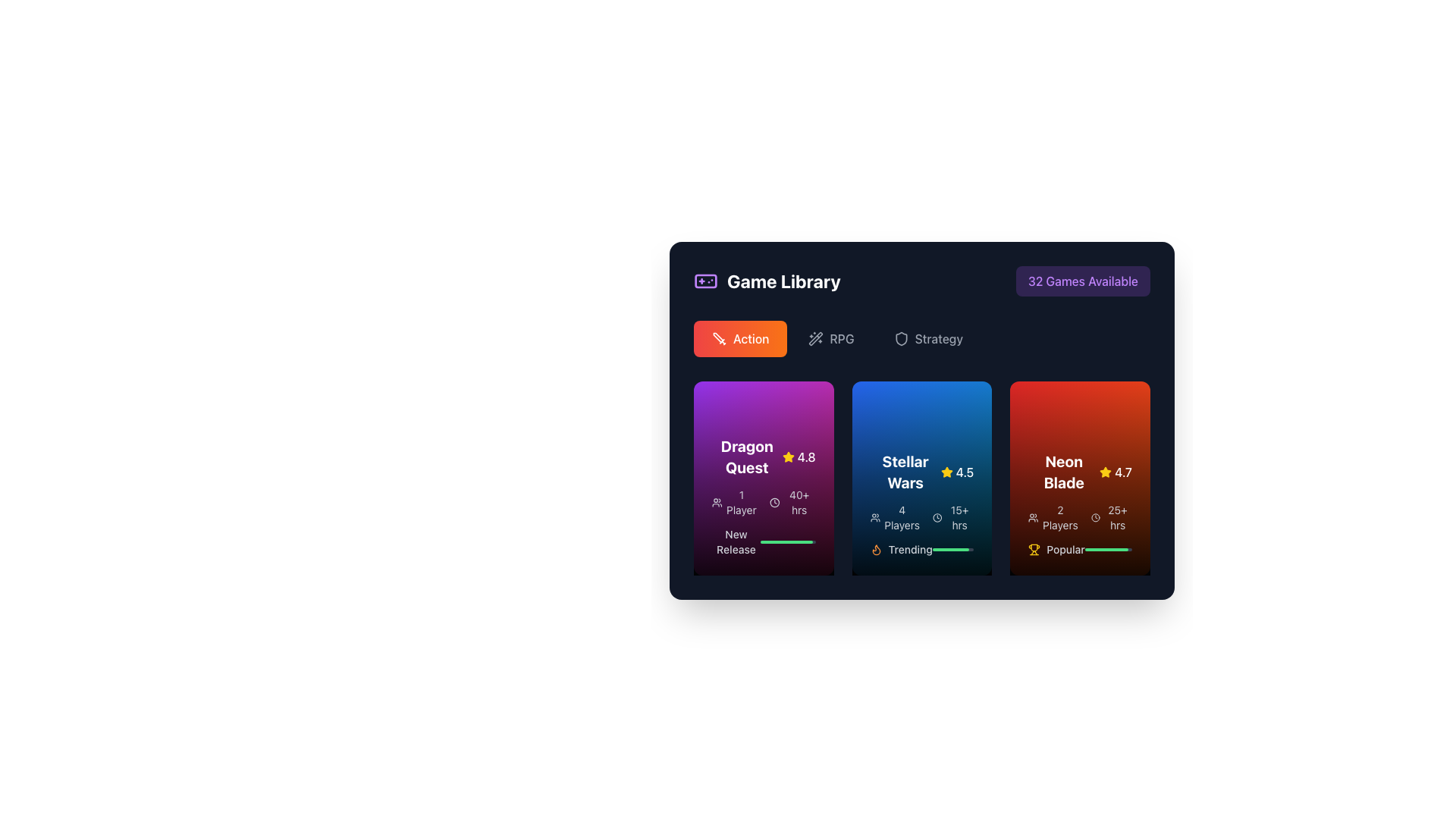  Describe the element at coordinates (805, 456) in the screenshot. I see `numerical rating displayed on the text label located near the upper-right corner of the leftmost card in the 'Dragon Quest' game information panel, beside the star icon` at that location.